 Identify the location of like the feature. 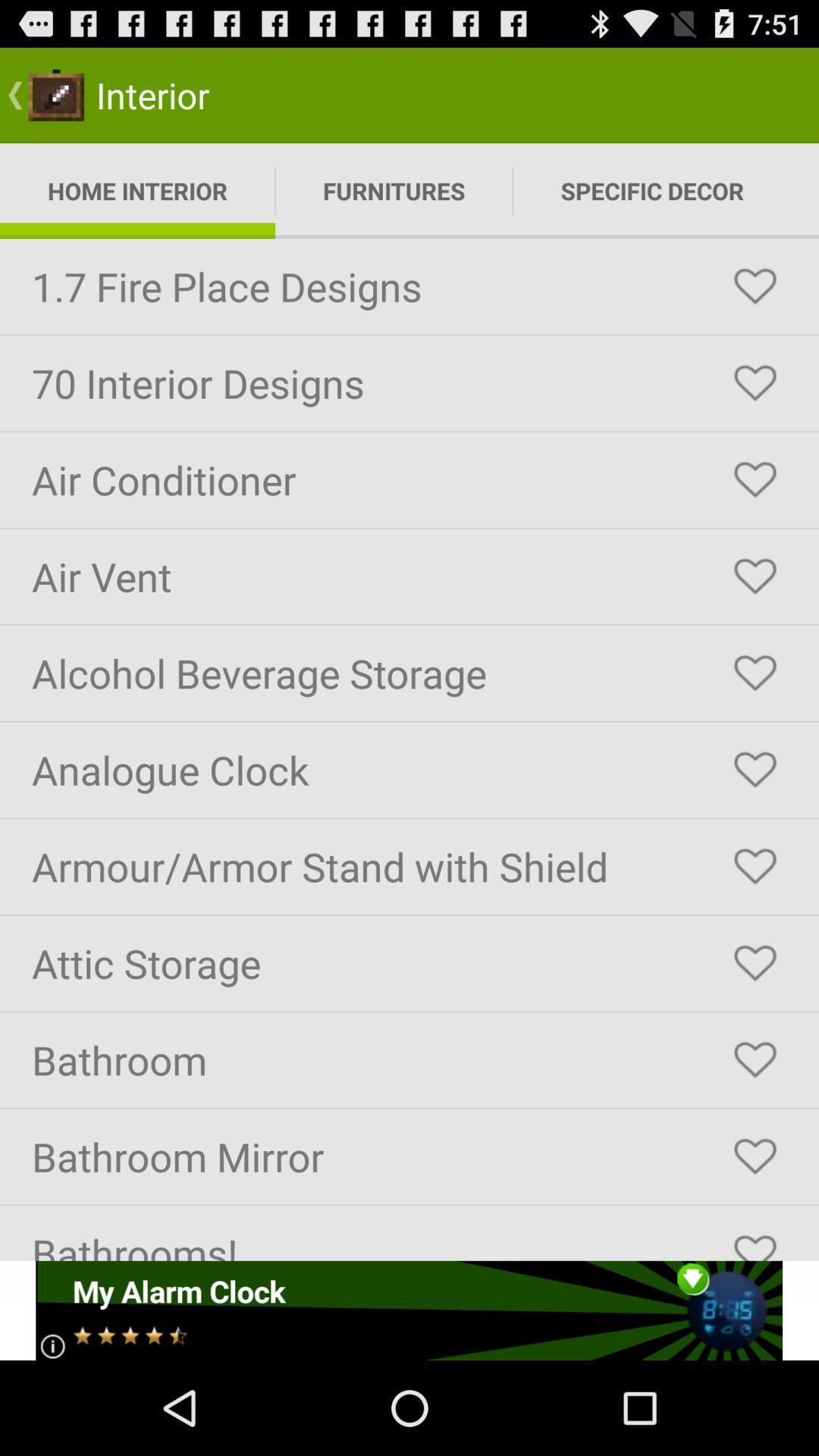
(755, 576).